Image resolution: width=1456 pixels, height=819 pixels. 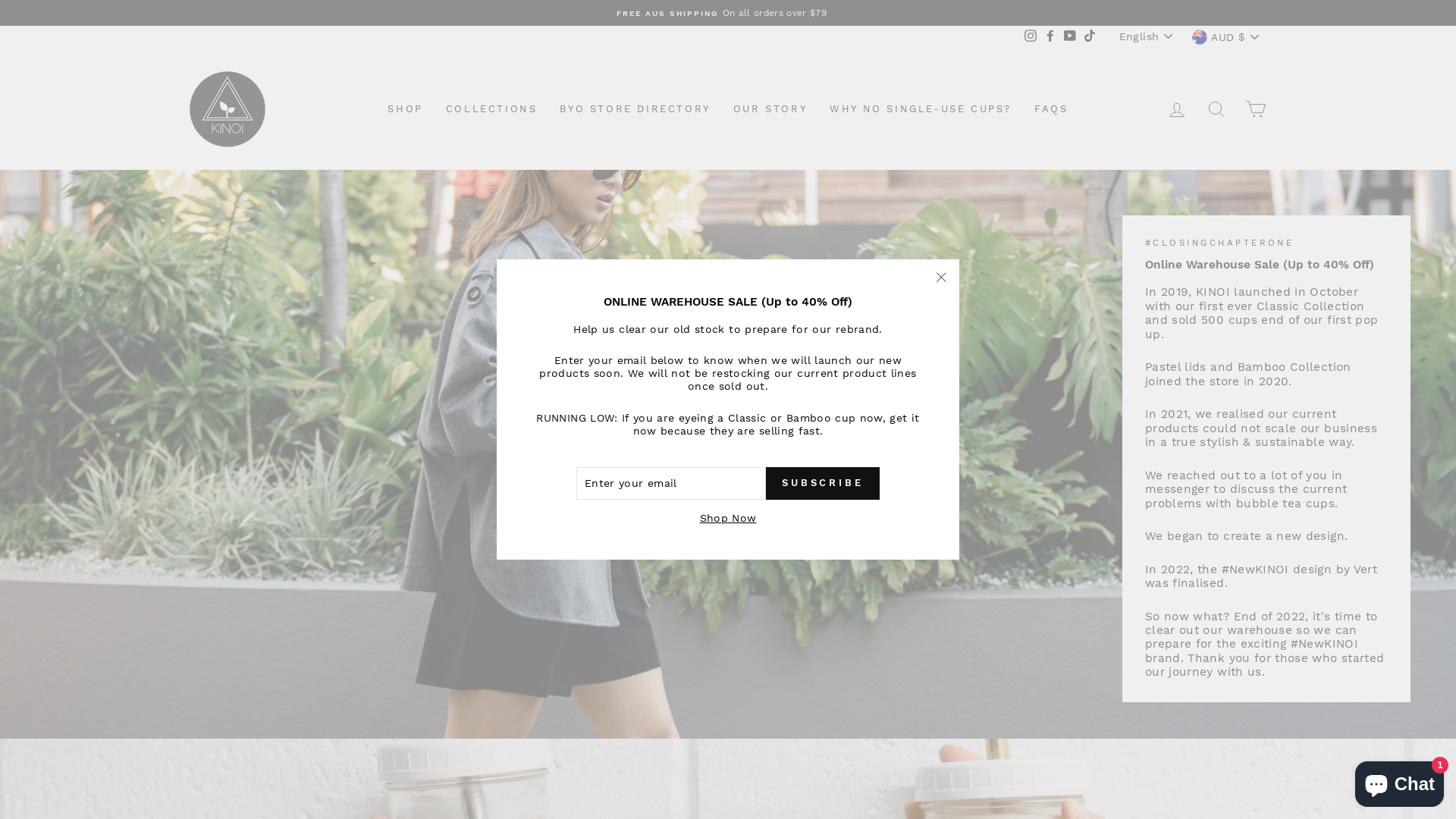 I want to click on 'SHOP', so click(x=404, y=108).